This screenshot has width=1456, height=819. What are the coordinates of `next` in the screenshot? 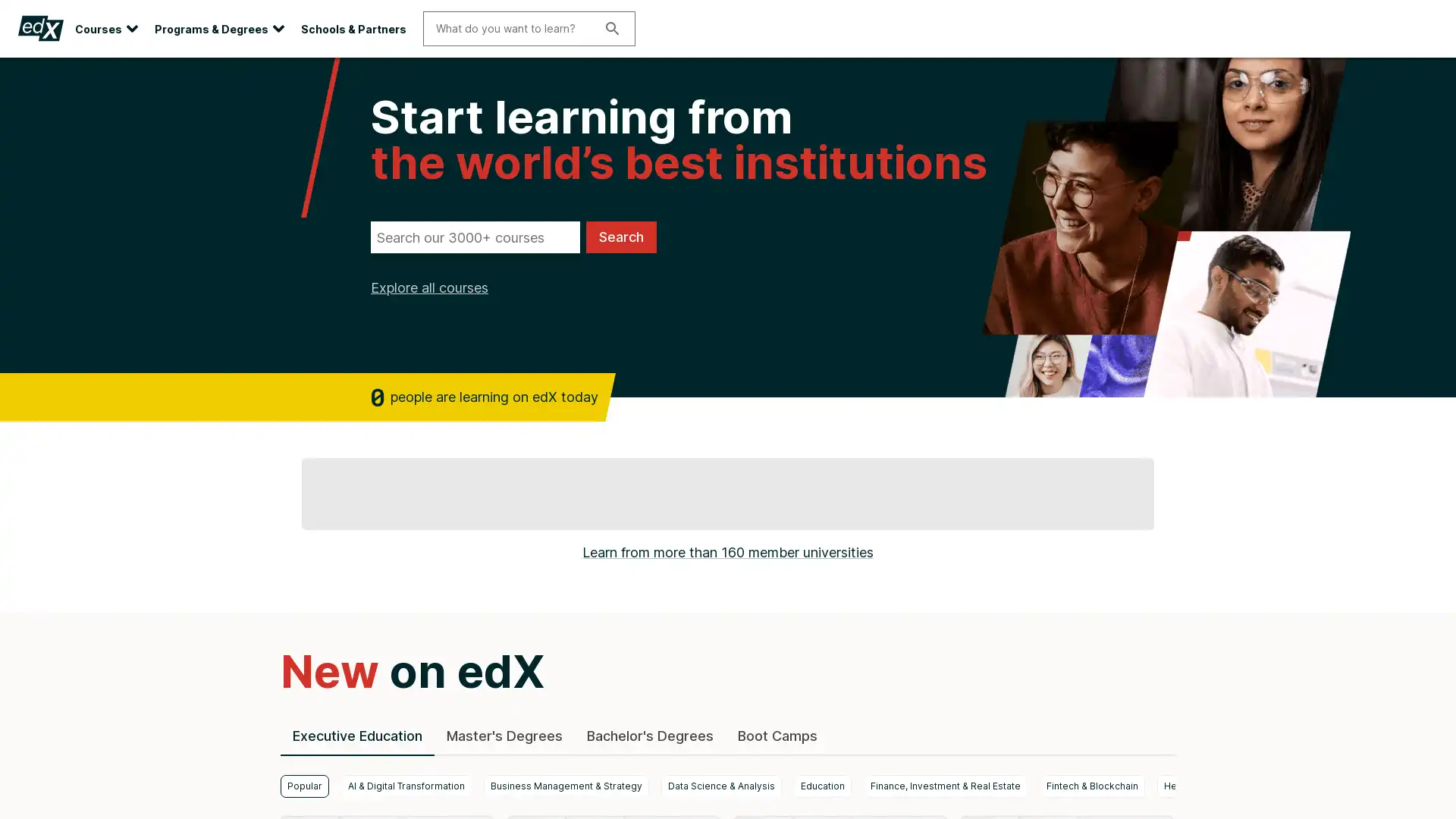 It's located at (1169, 517).